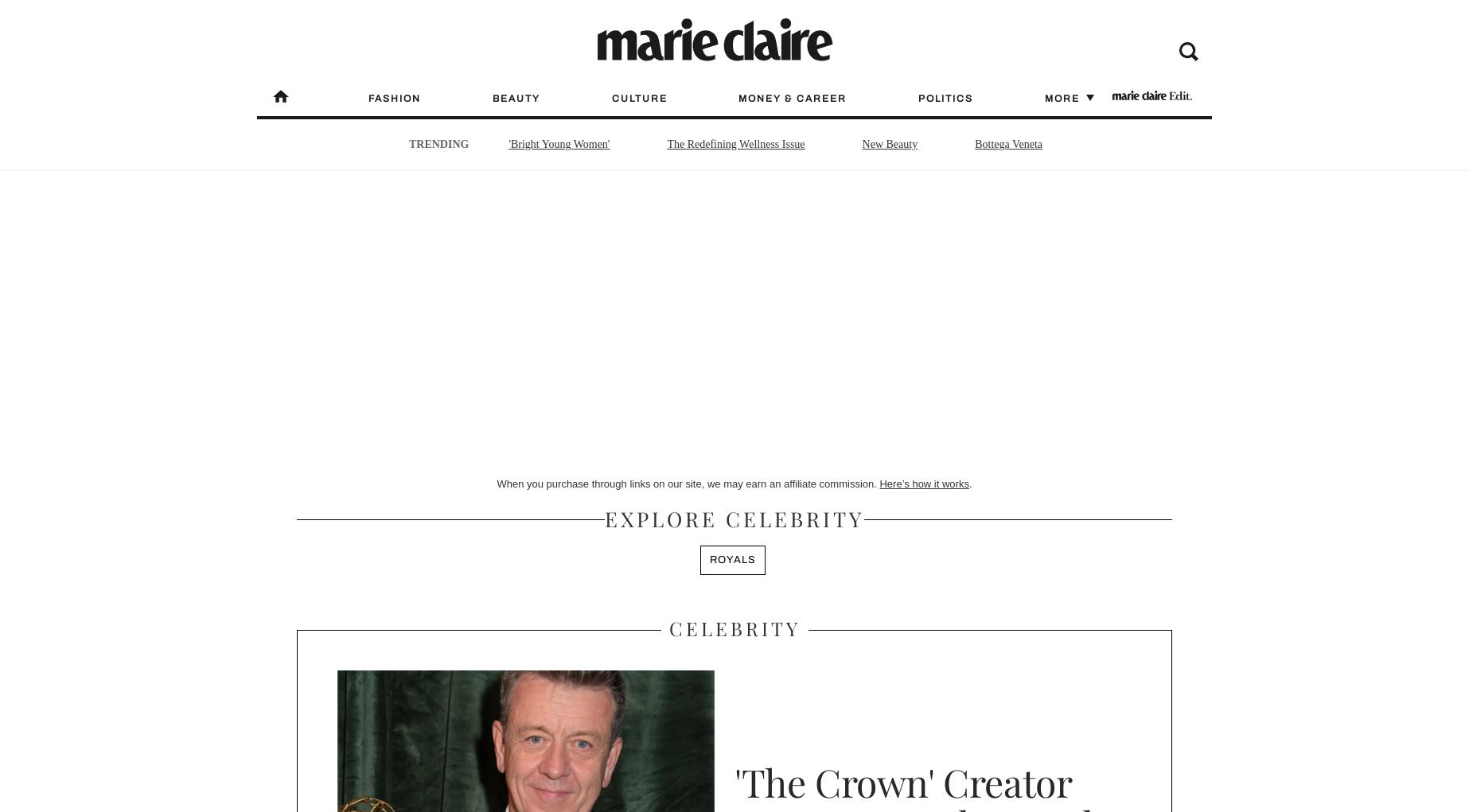 The height and width of the screenshot is (812, 1469). I want to click on 'Explore Celebrity', so click(734, 518).